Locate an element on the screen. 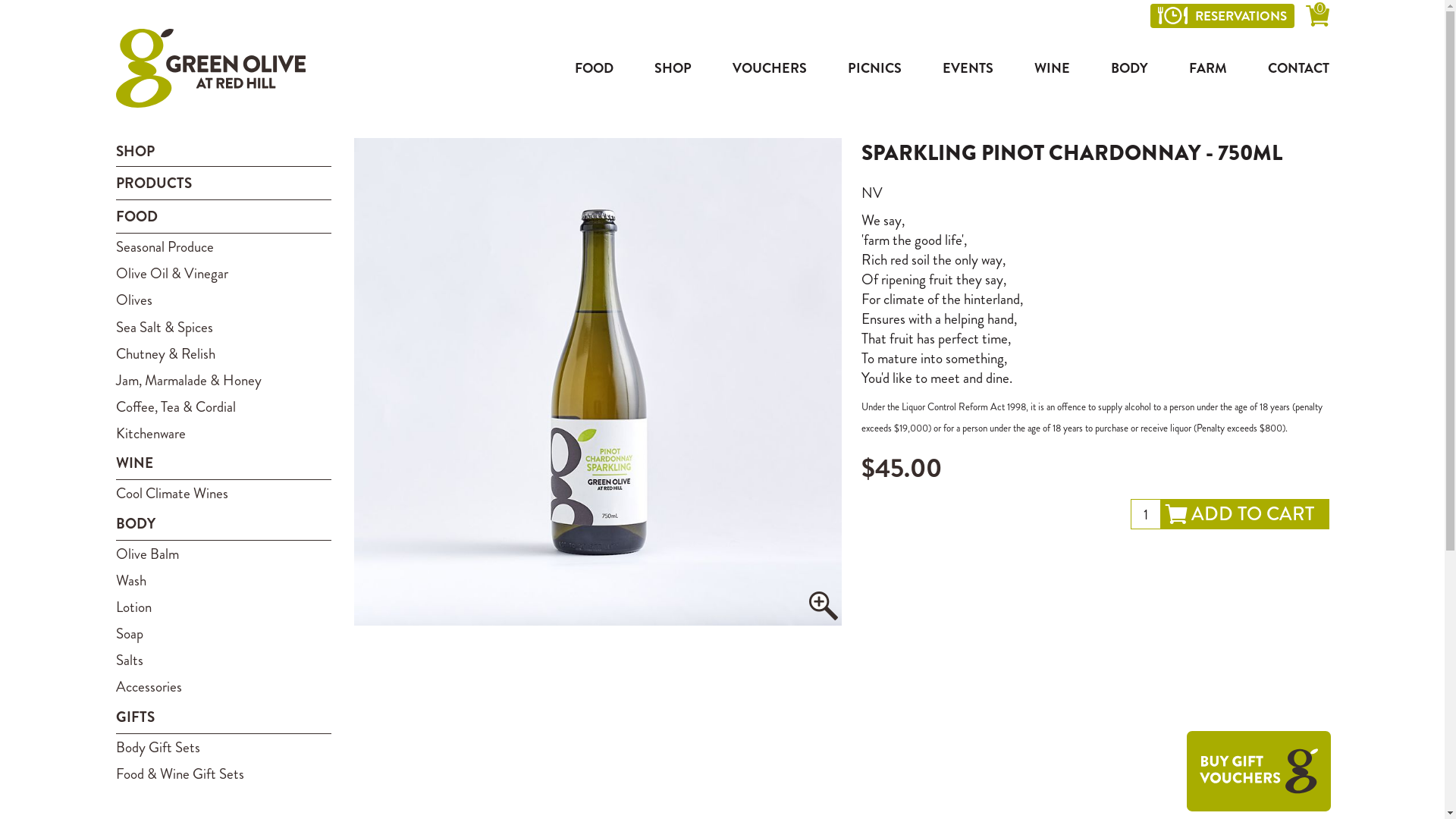 This screenshot has width=1456, height=819. 'Soap' is located at coordinates (222, 633).